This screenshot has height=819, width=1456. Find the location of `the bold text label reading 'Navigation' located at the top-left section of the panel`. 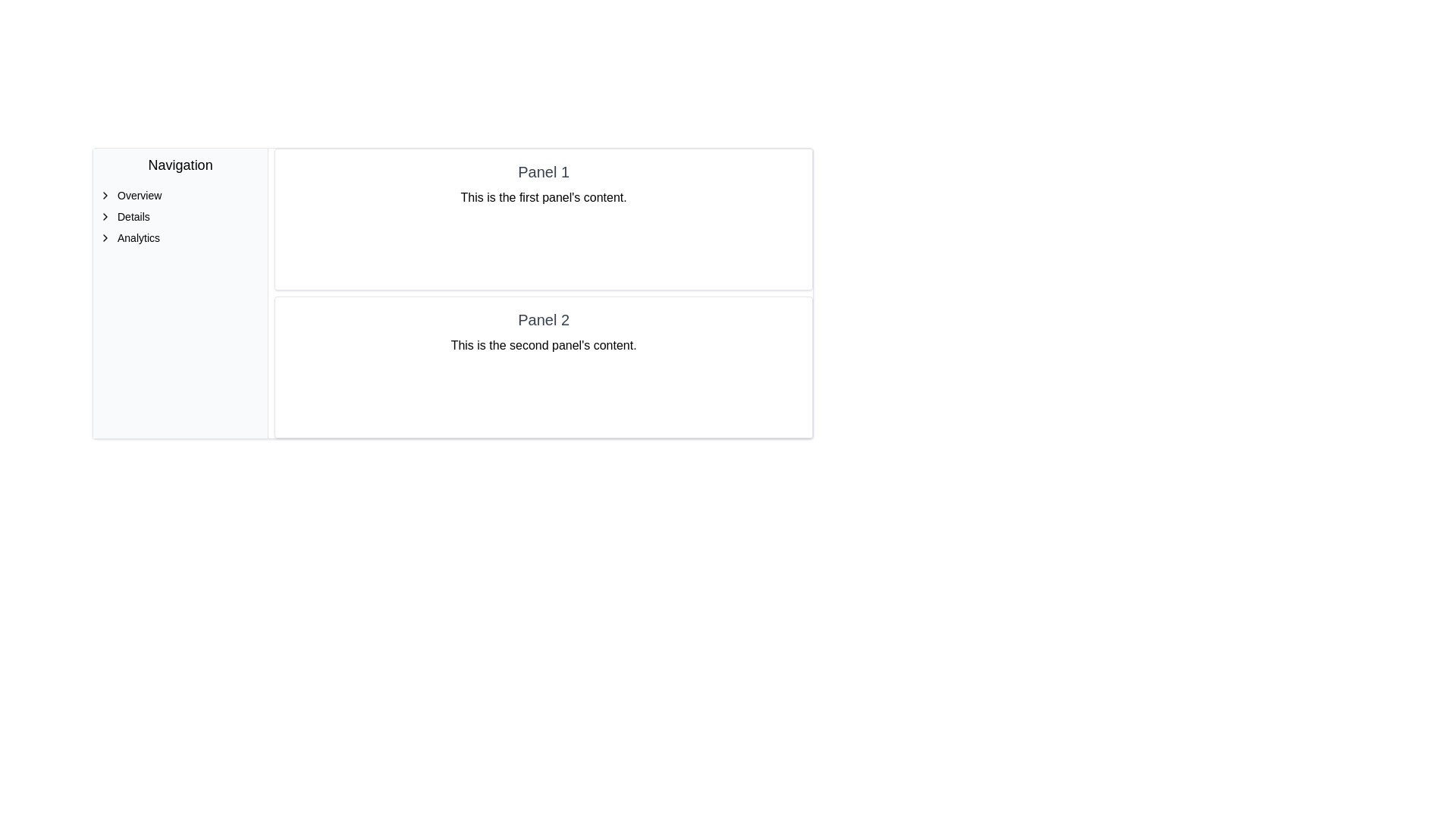

the bold text label reading 'Navigation' located at the top-left section of the panel is located at coordinates (180, 165).